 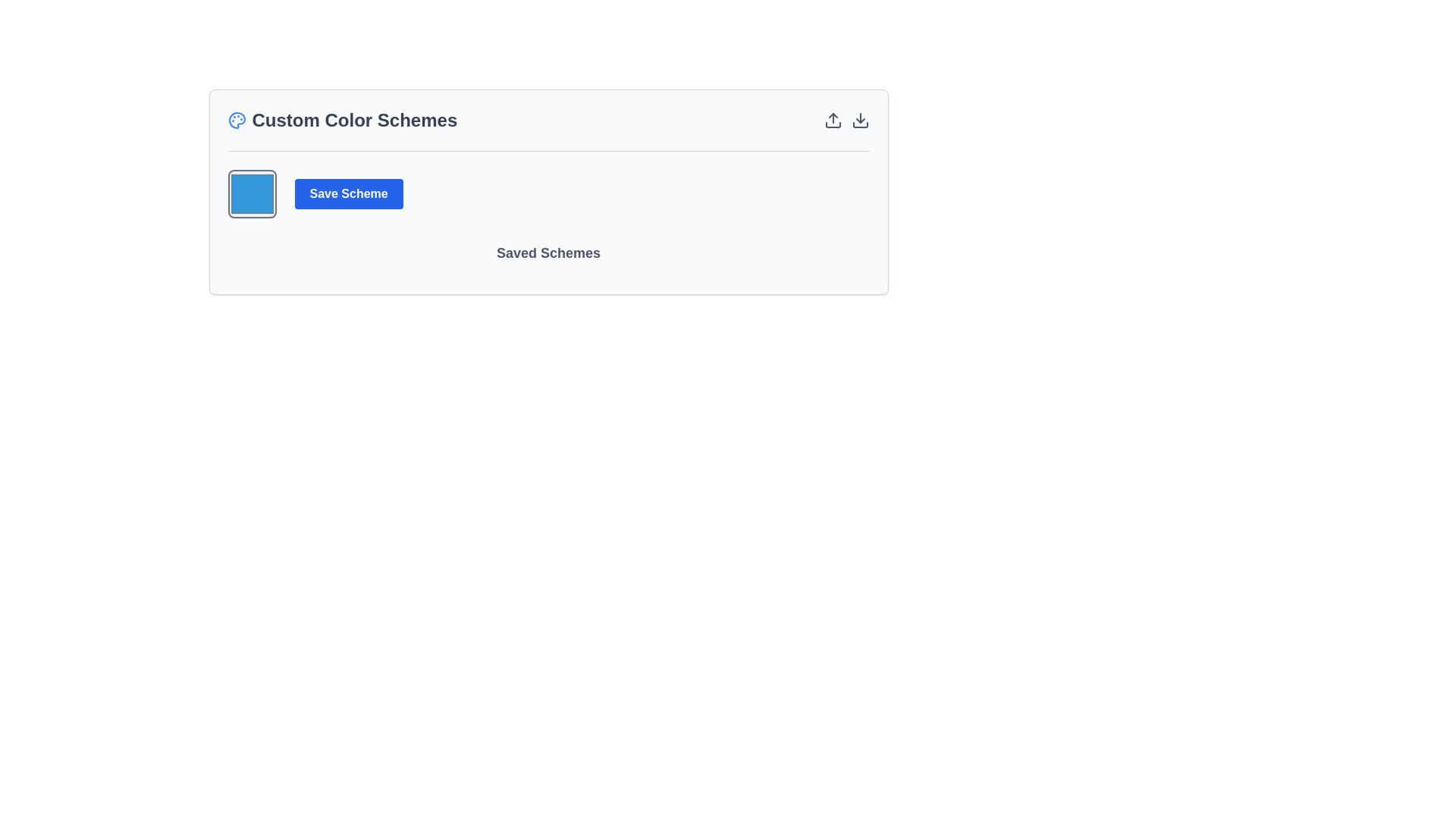 What do you see at coordinates (236, 119) in the screenshot?
I see `the palette icon in the 'Custom Color Schemes' section, which serves as a visual representation for color or design` at bounding box center [236, 119].